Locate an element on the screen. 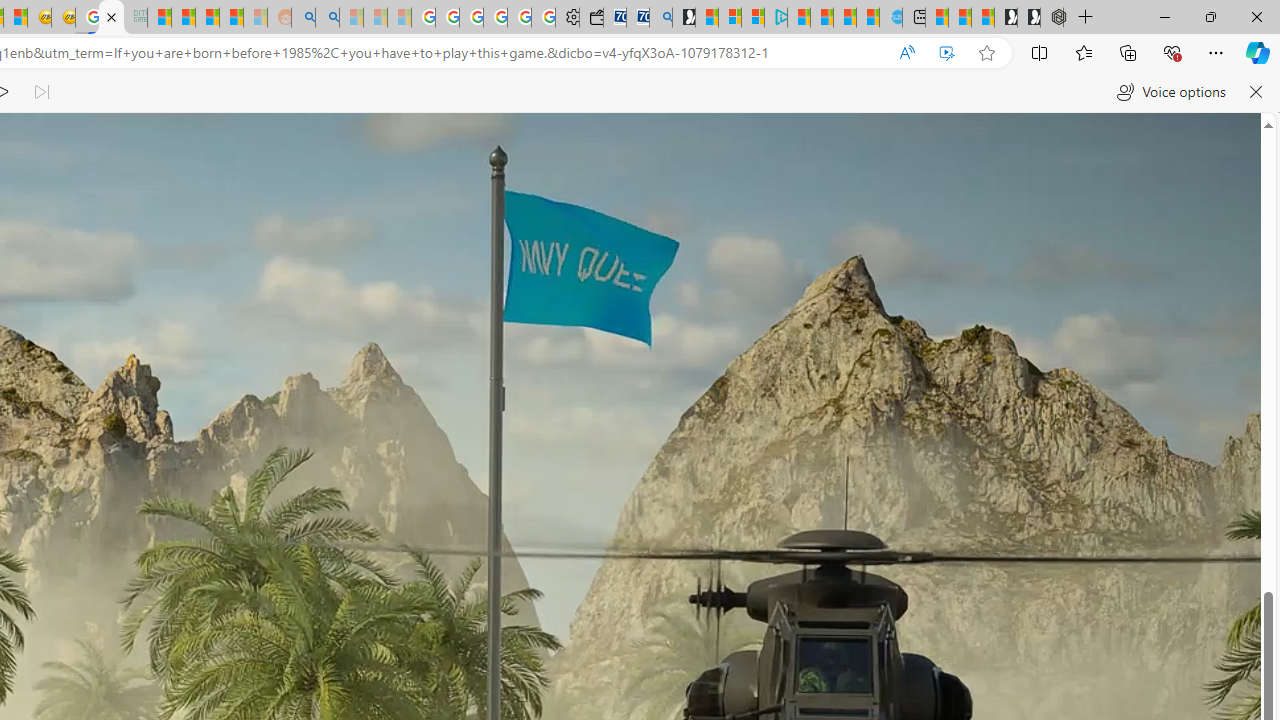 The width and height of the screenshot is (1280, 720). 'Close read aloud' is located at coordinates (1254, 92).